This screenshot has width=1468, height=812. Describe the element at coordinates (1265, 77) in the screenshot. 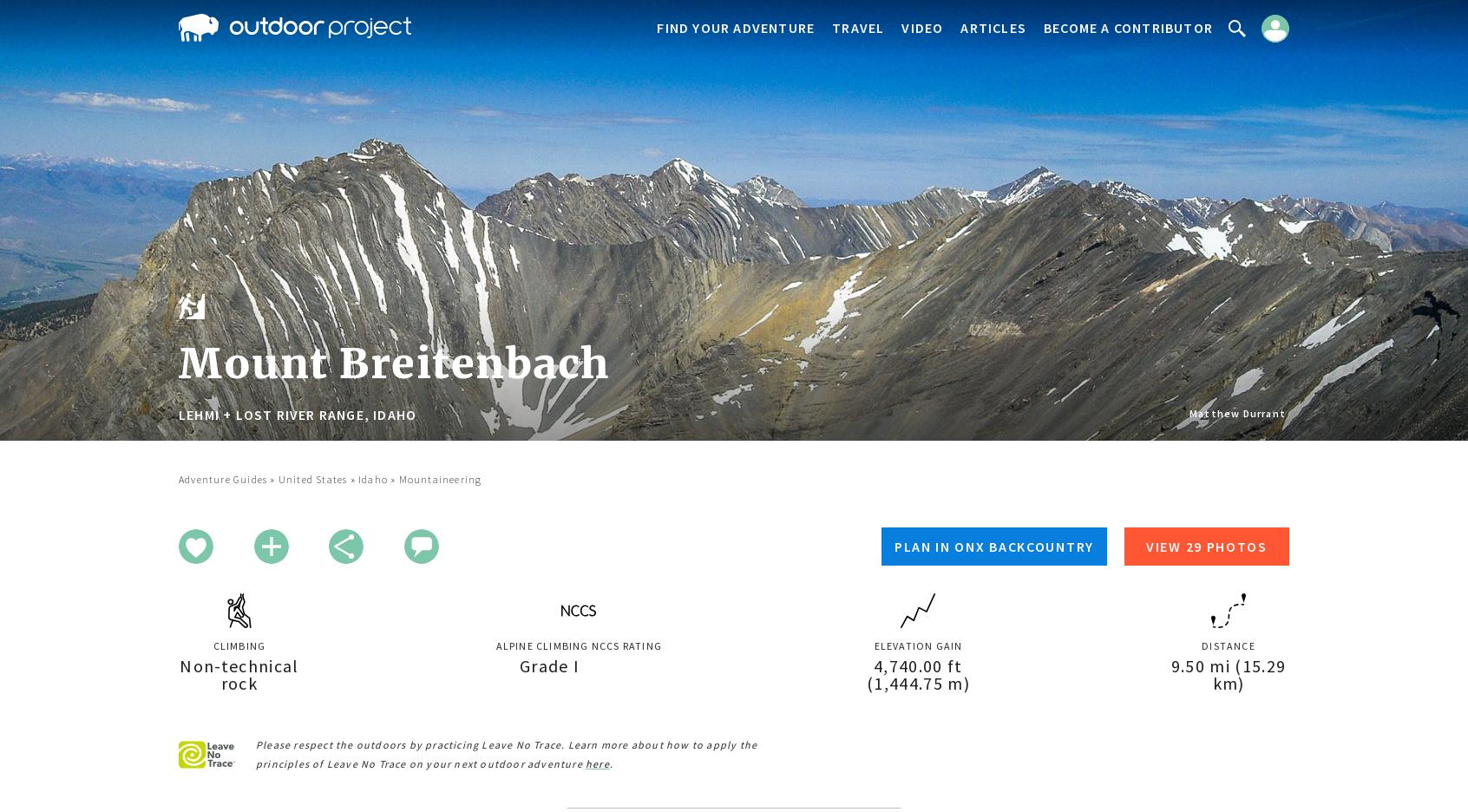

I see `'Sign In'` at that location.